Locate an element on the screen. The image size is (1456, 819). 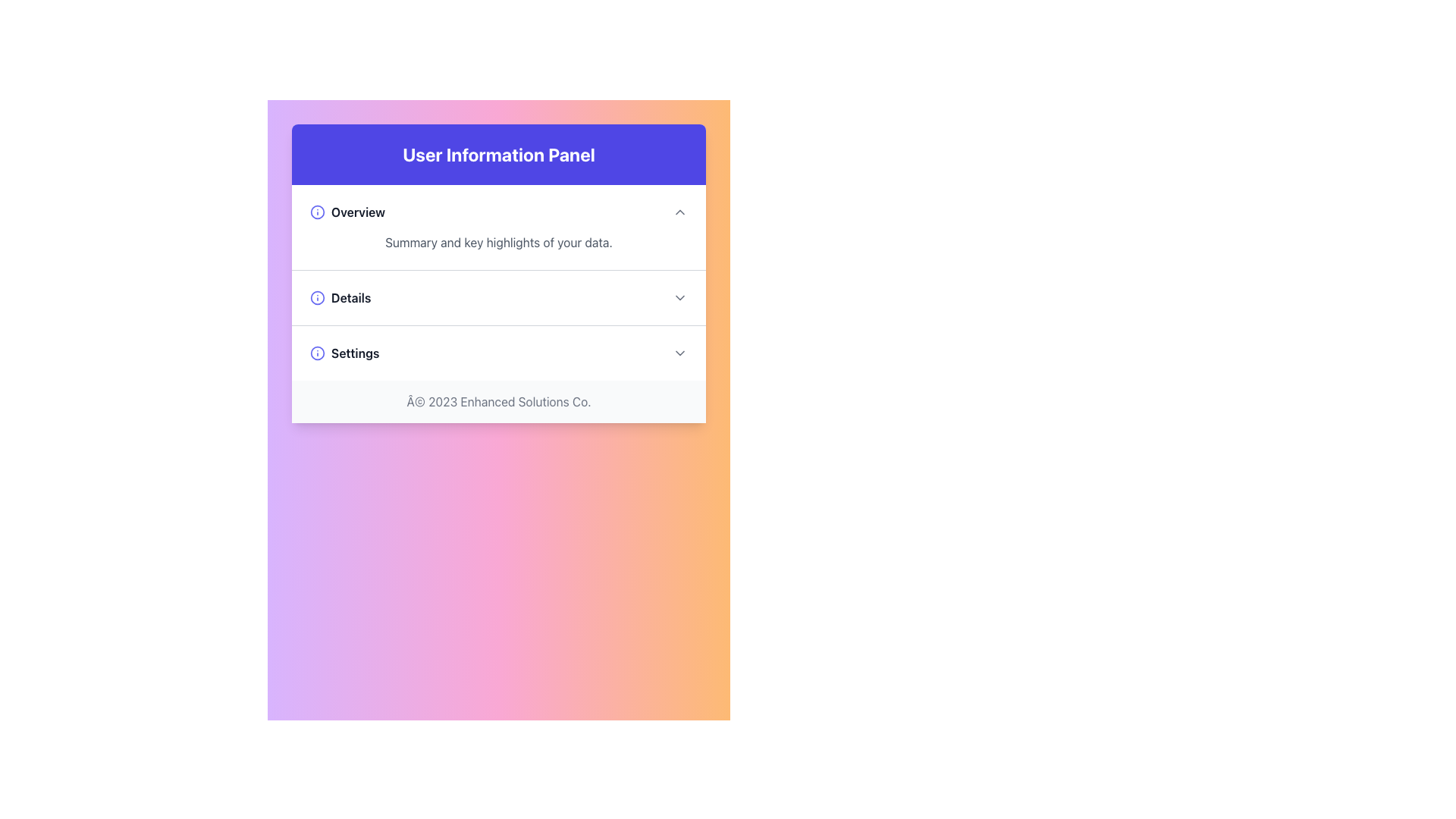
the circular icon with a blue outline and white fill, which contains a minimalistic 'i' design, located to the left of the 'Settings' label in the header of the Settings section is located at coordinates (316, 353).